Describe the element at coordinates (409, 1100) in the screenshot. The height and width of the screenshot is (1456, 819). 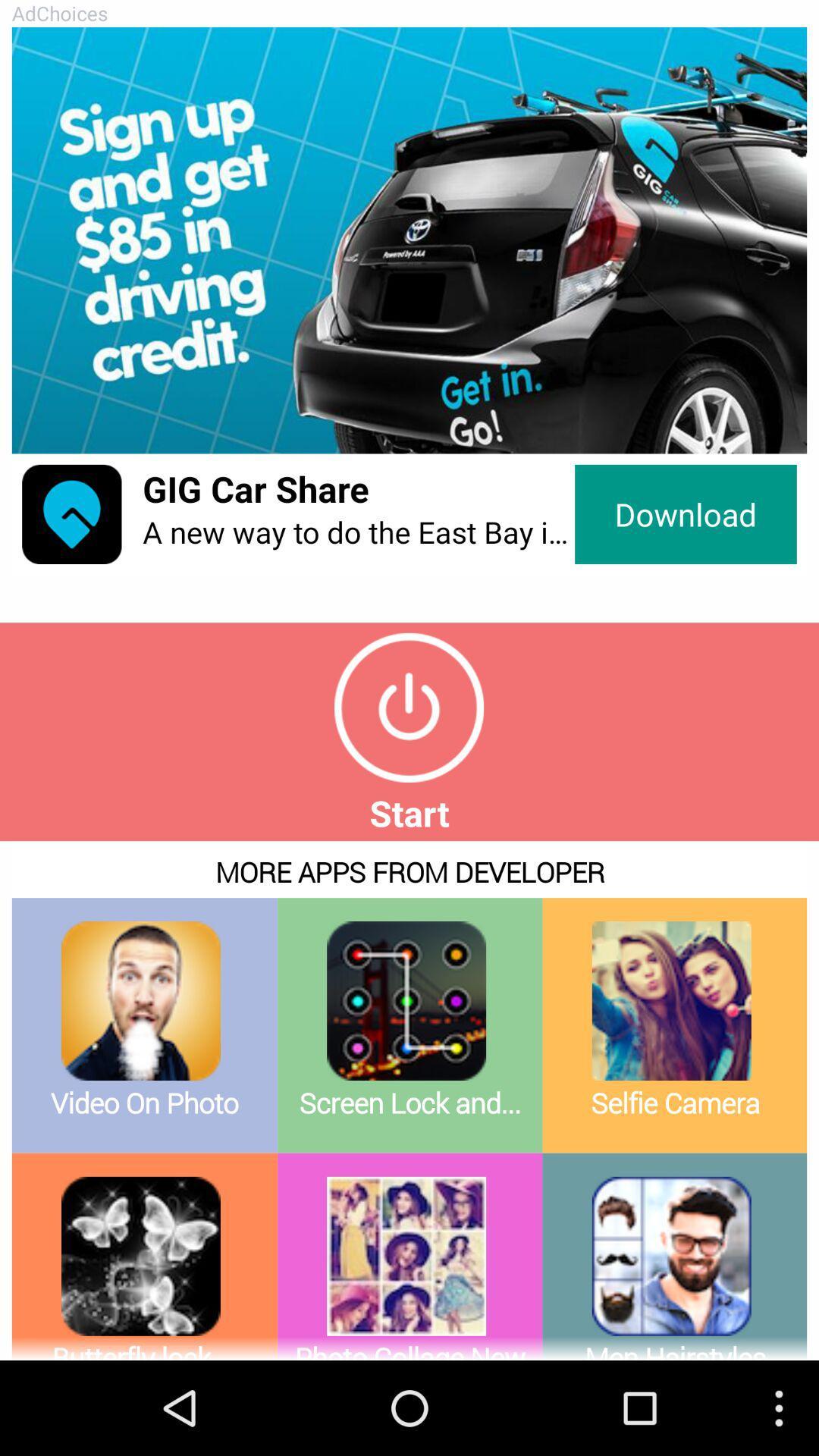
I see `more apps` at that location.